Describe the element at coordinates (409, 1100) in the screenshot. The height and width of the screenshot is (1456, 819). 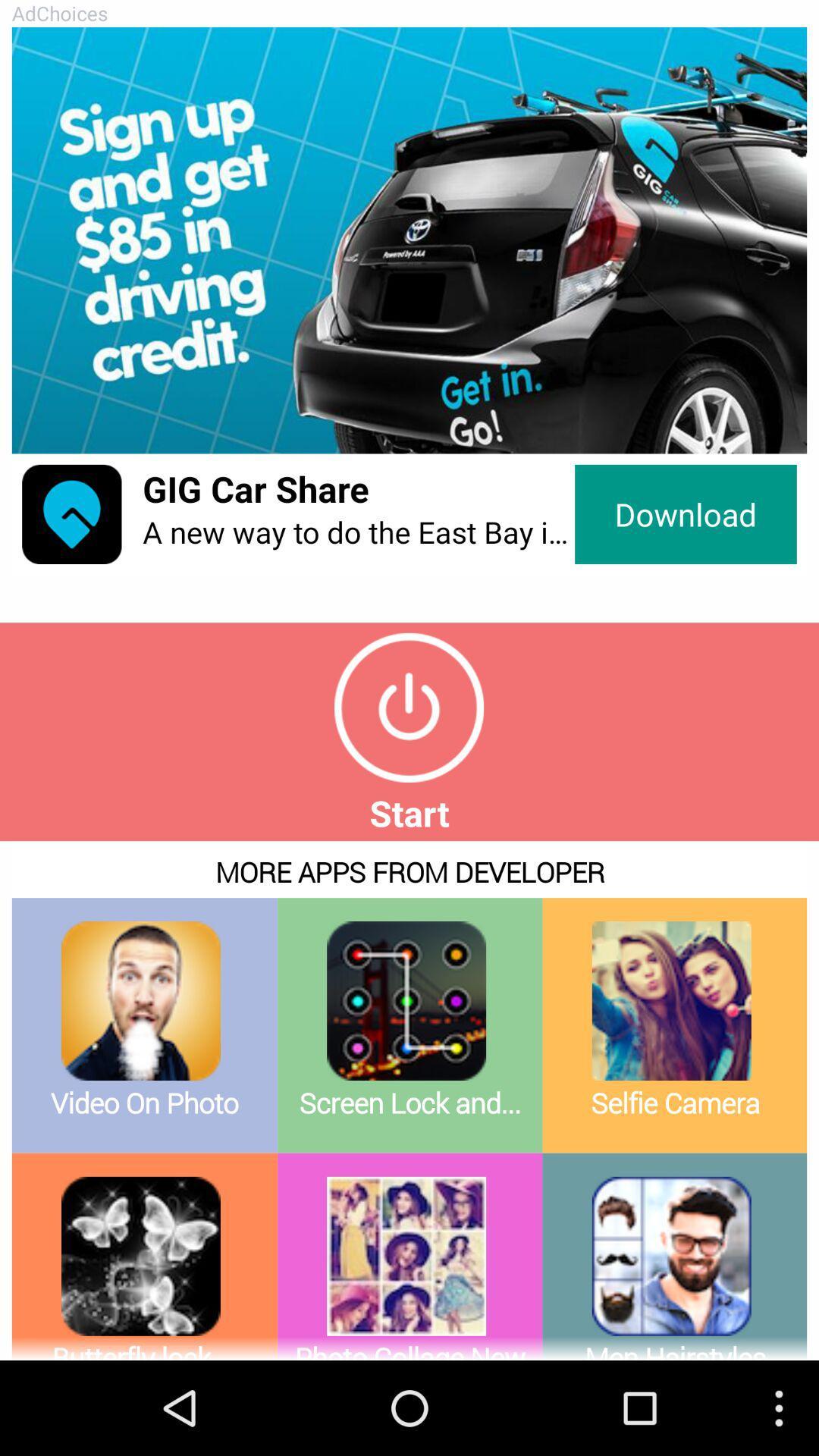
I see `more apps` at that location.